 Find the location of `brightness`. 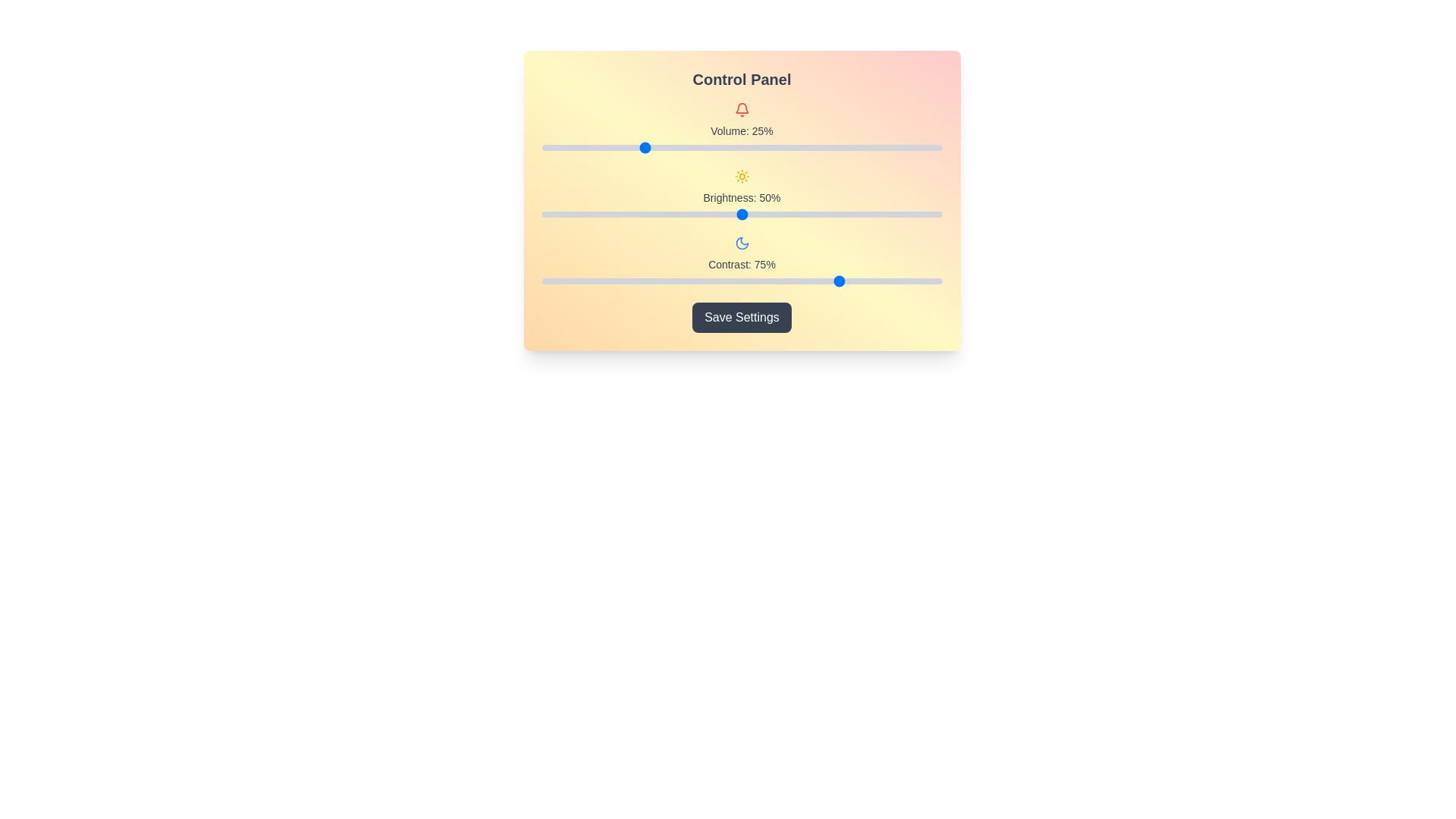

brightness is located at coordinates (894, 214).